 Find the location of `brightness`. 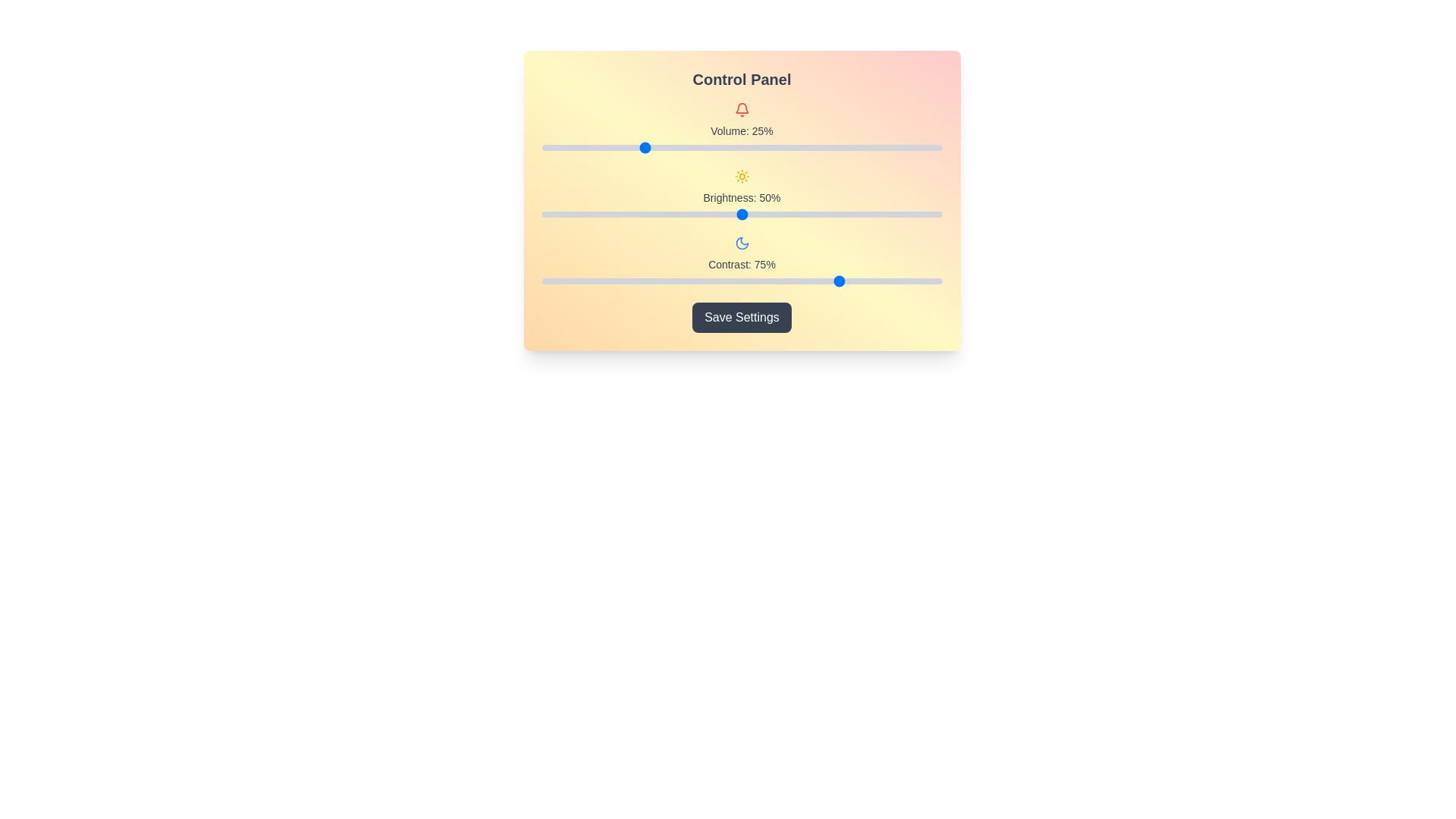

brightness is located at coordinates (894, 214).